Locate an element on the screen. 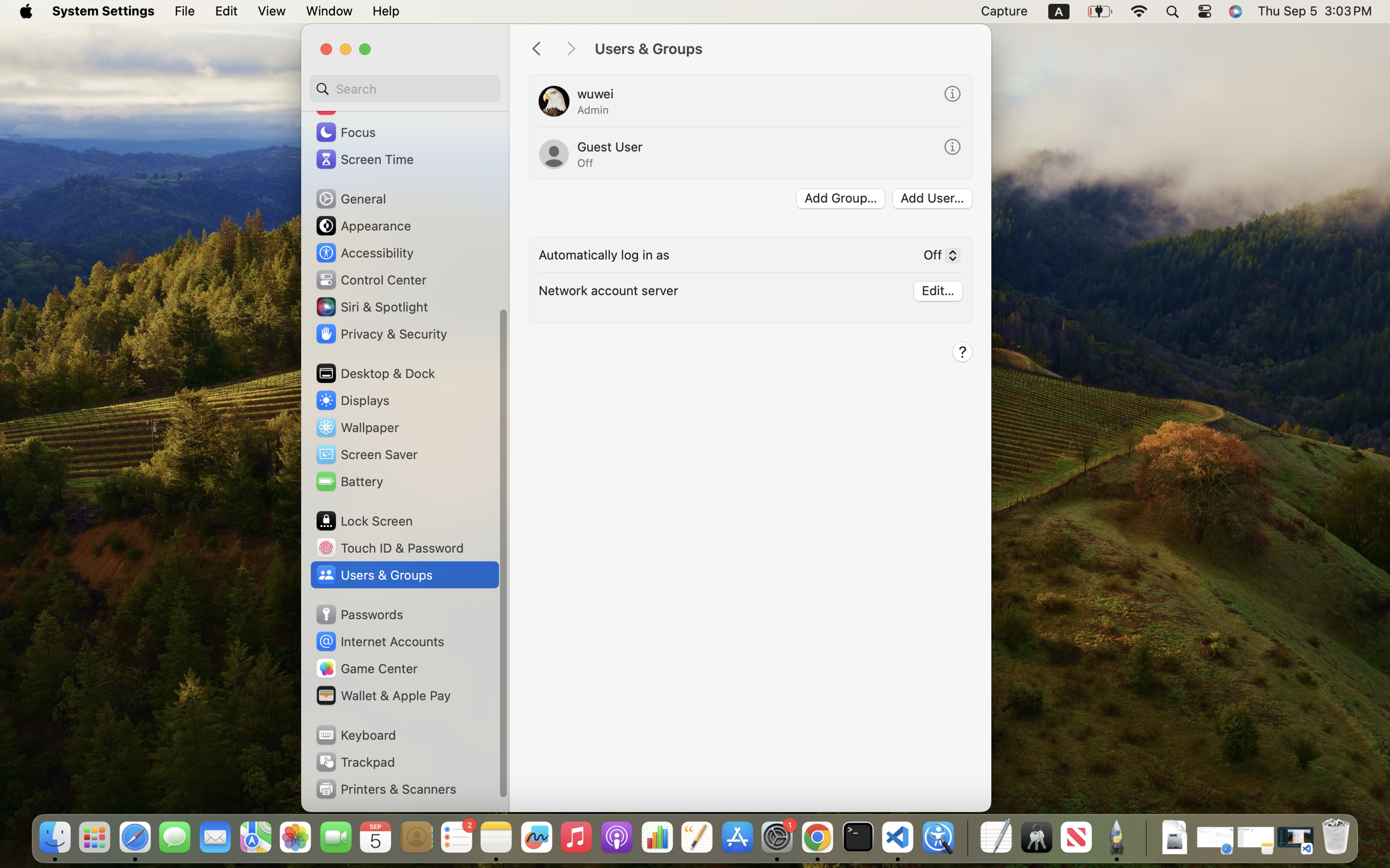 The image size is (1390, 868). 'Siri & Spotlight' is located at coordinates (370, 305).